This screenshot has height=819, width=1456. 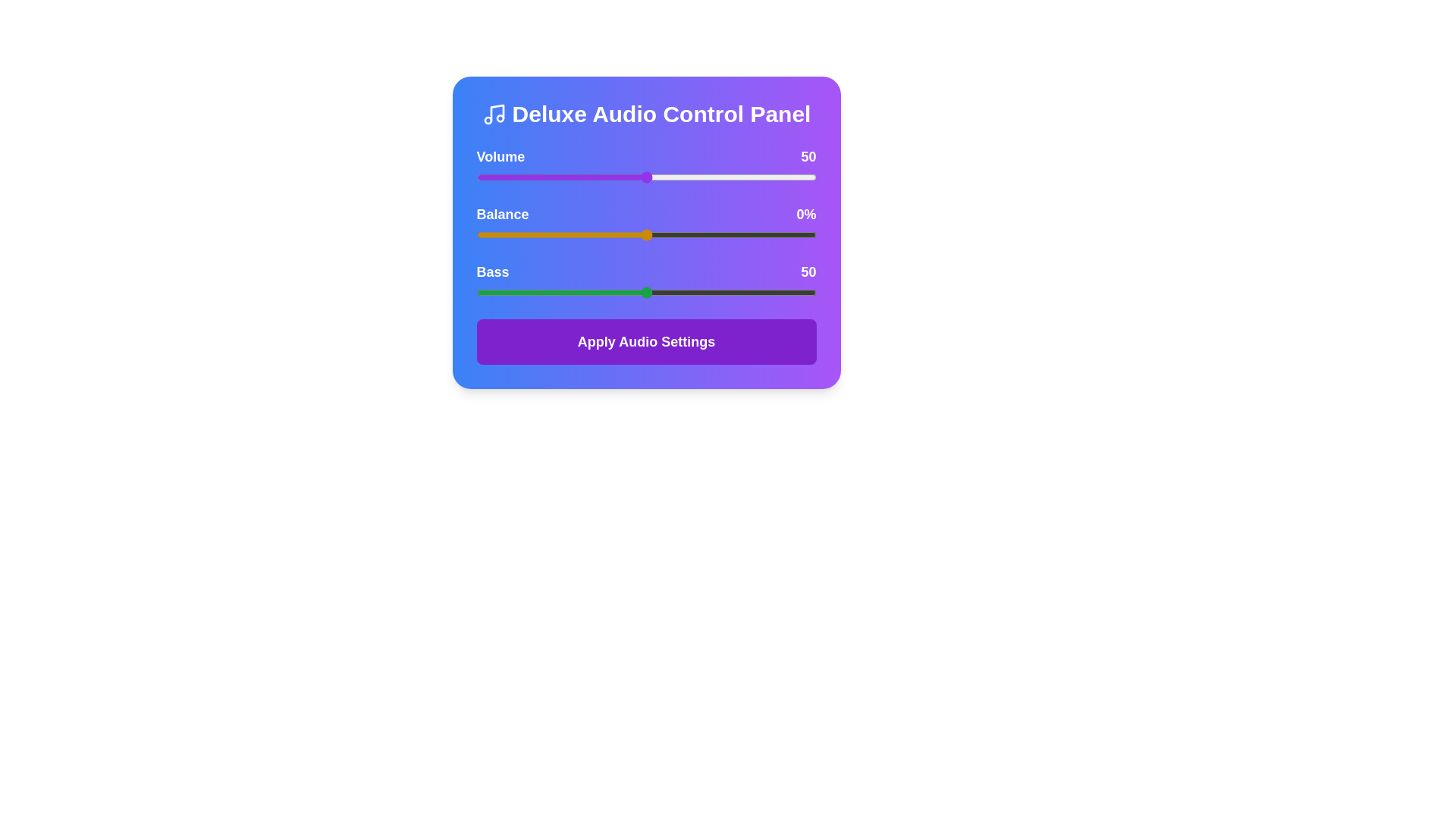 What do you see at coordinates (577, 292) in the screenshot?
I see `bass level` at bounding box center [577, 292].